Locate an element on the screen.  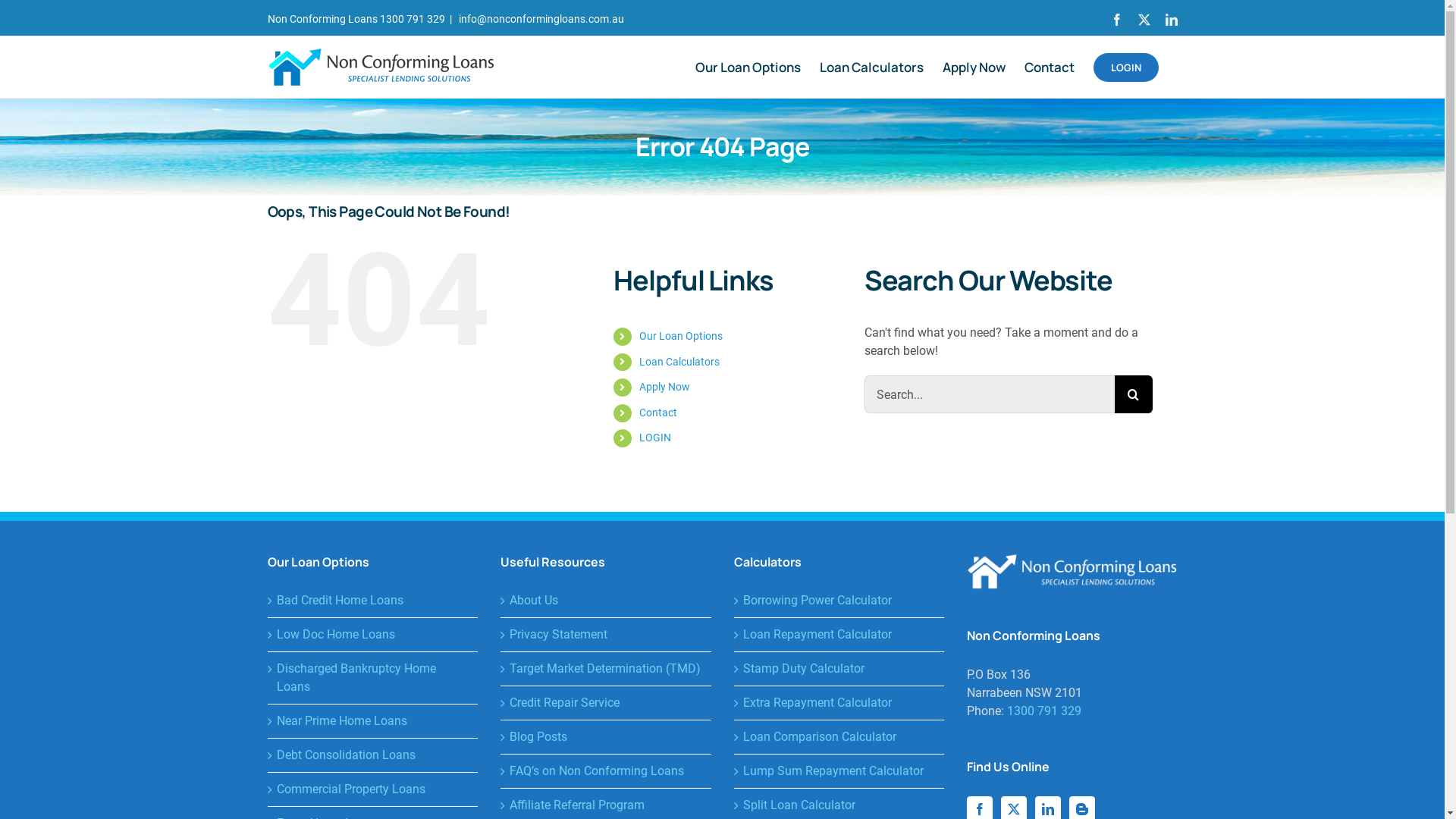
'Loan Repayment Calculator' is located at coordinates (839, 635).